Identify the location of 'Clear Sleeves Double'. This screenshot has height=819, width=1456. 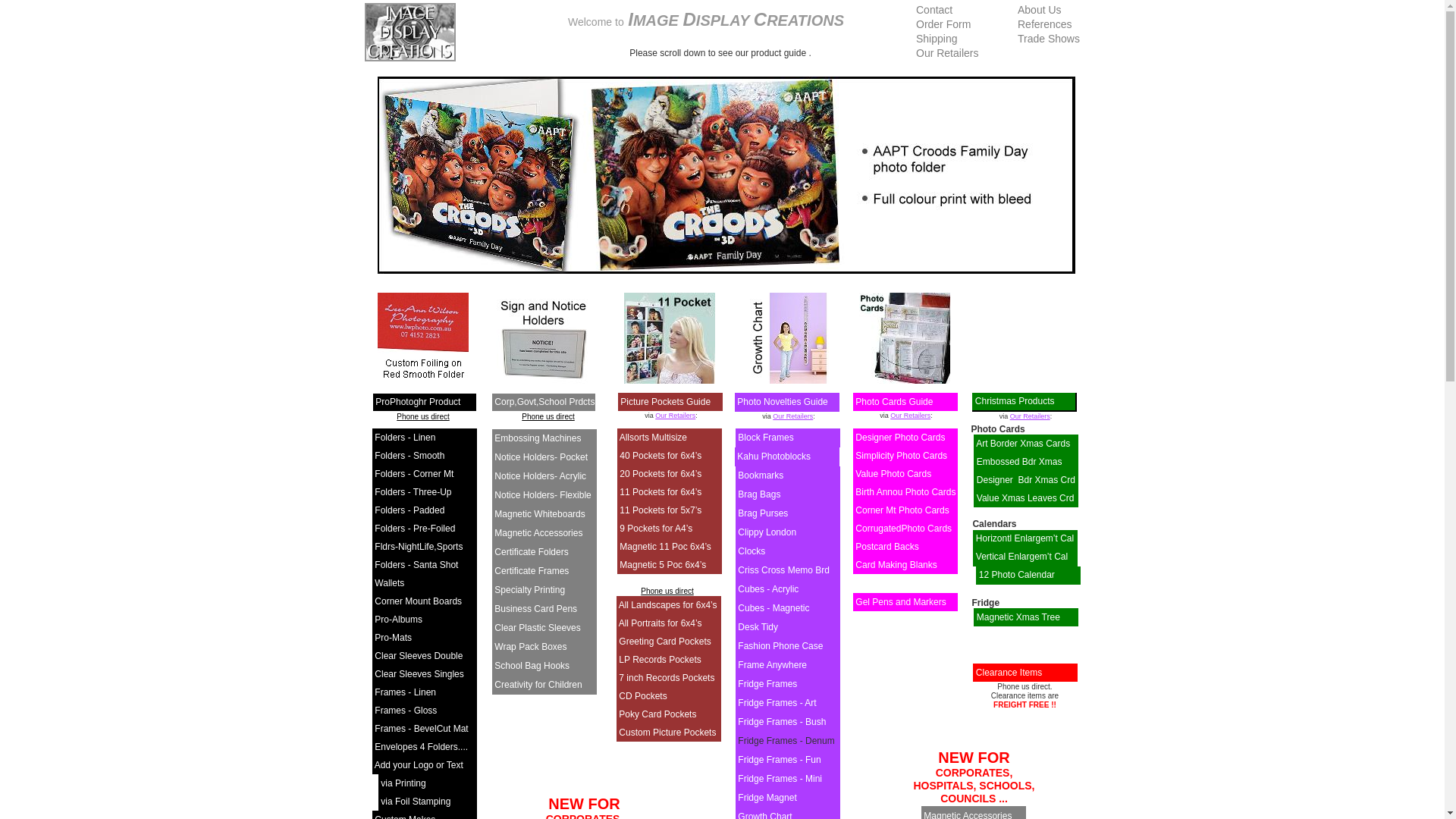
(419, 654).